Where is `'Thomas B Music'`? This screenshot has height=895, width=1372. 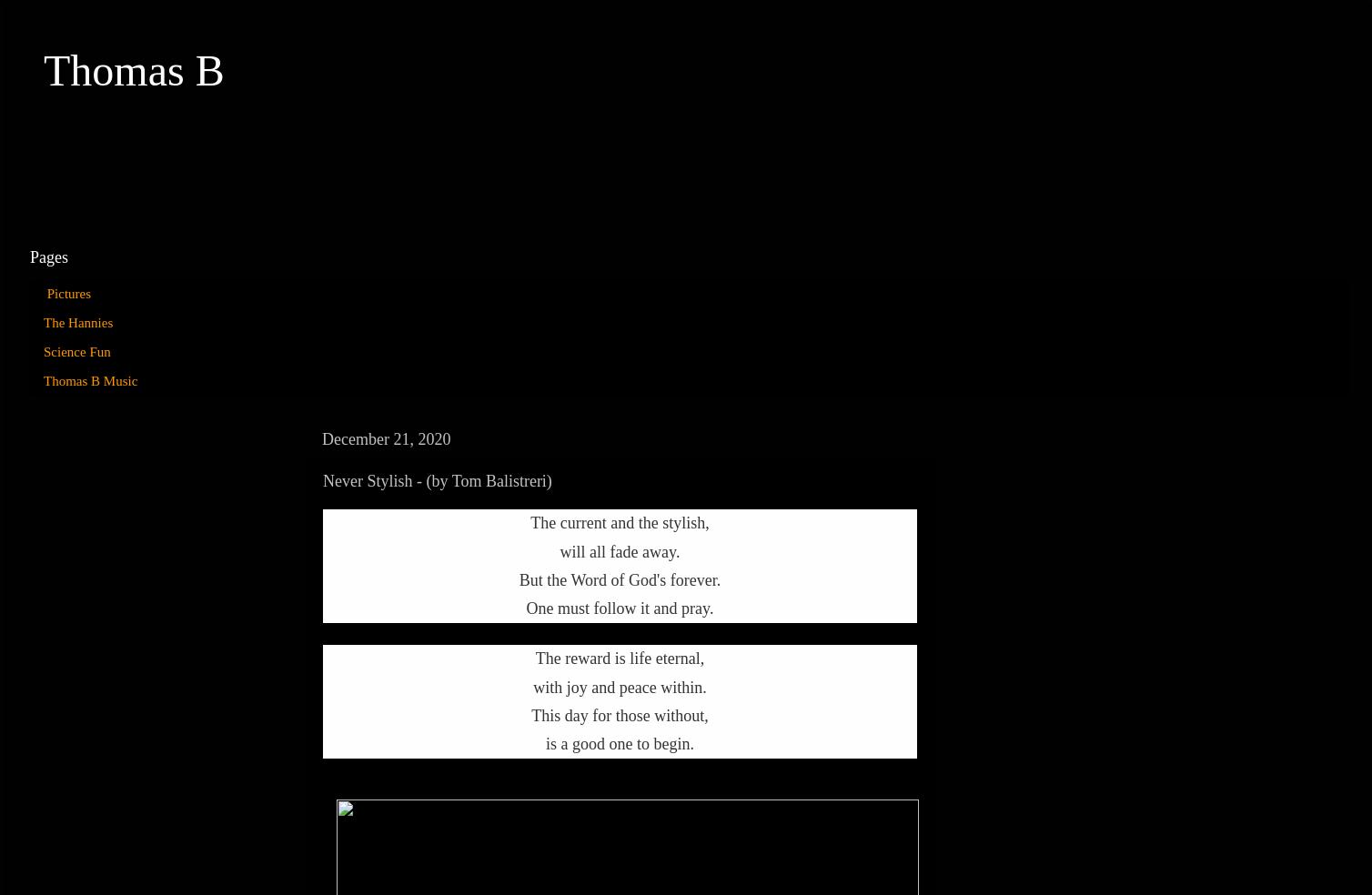
'Thomas B Music' is located at coordinates (90, 380).